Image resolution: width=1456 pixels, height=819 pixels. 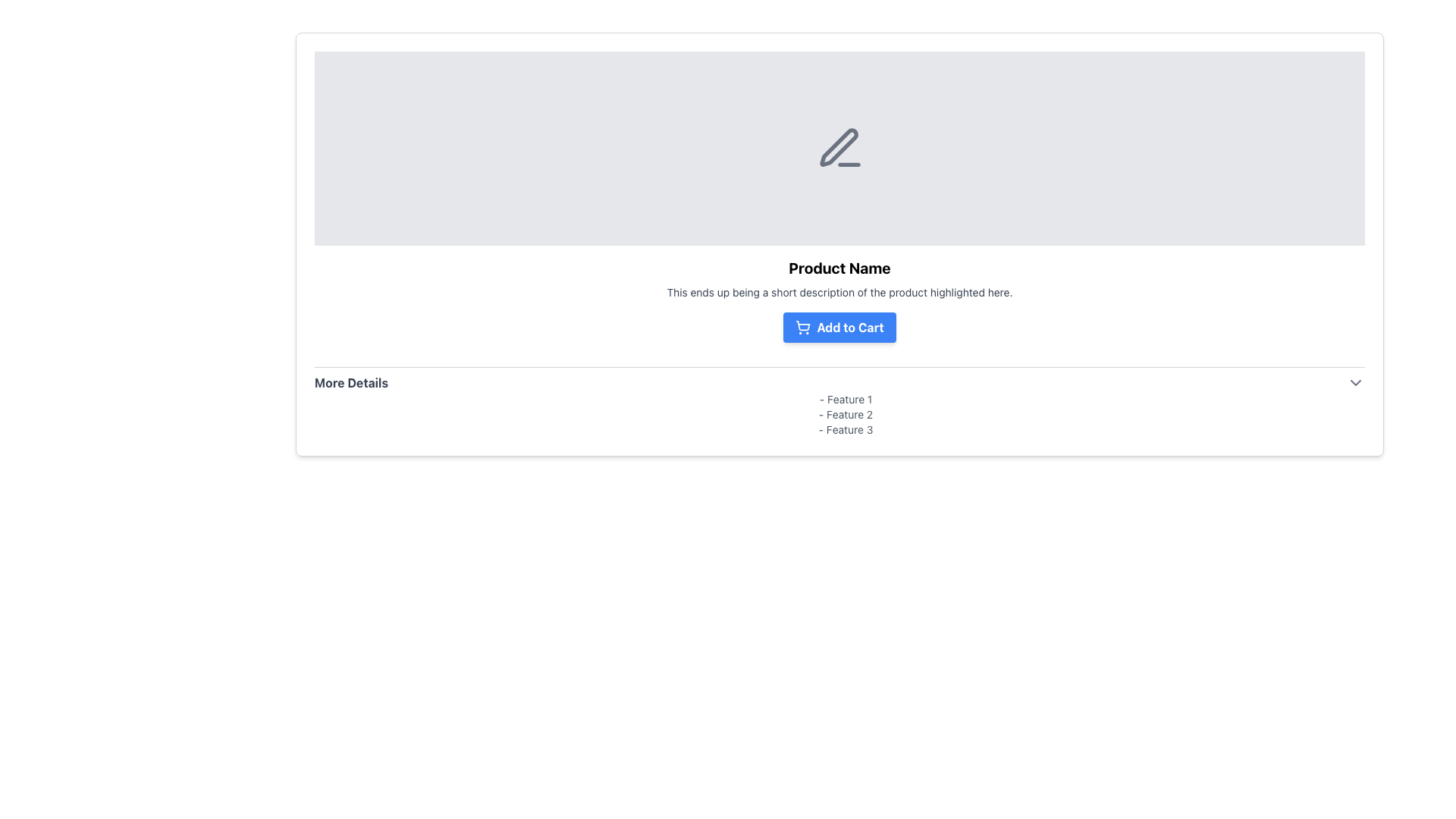 I want to click on the decorative icon next to the 'Add to Cart' button, which enhances the representation of the cart action, so click(x=802, y=327).